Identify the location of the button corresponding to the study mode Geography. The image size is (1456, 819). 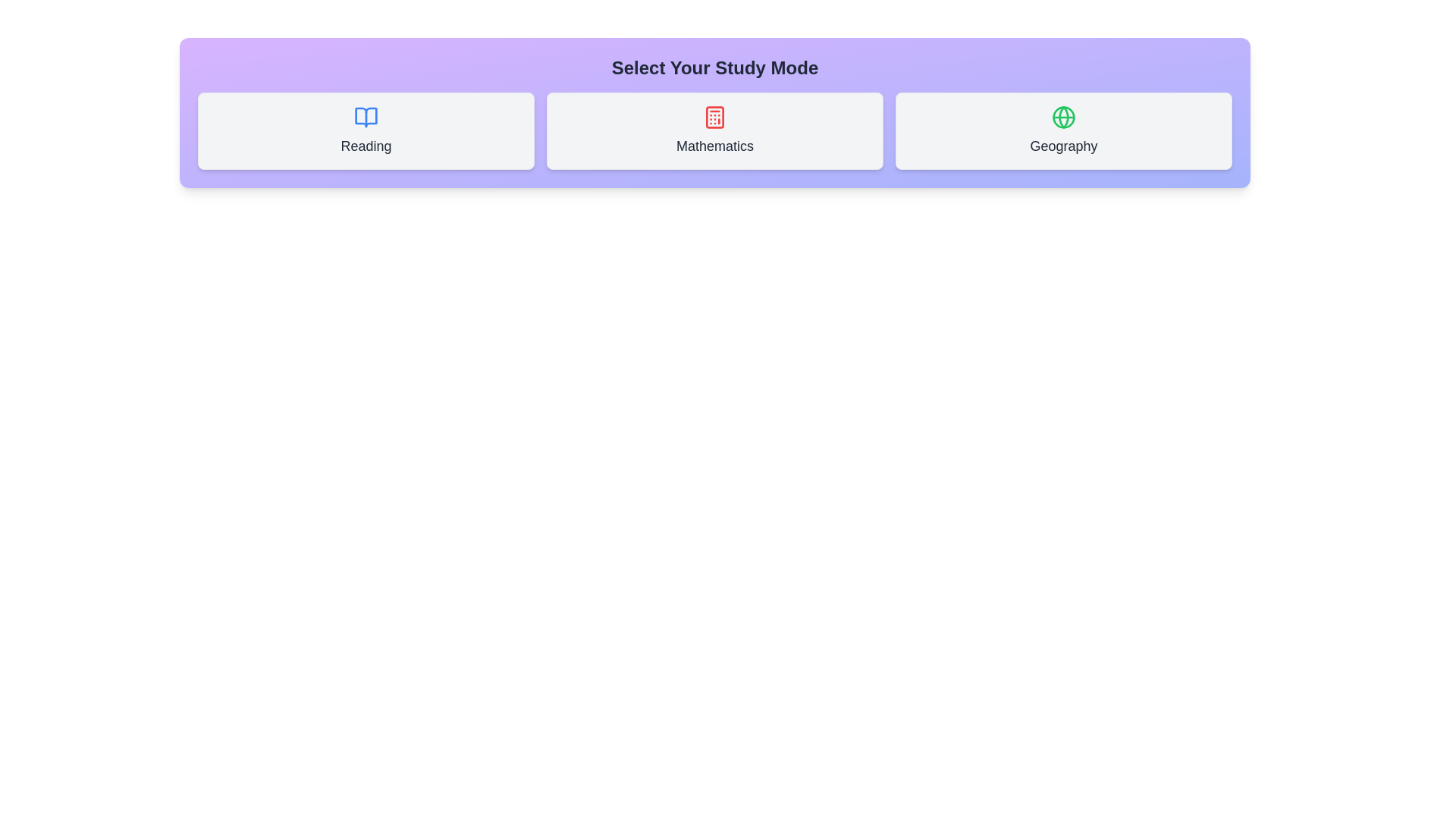
(1062, 130).